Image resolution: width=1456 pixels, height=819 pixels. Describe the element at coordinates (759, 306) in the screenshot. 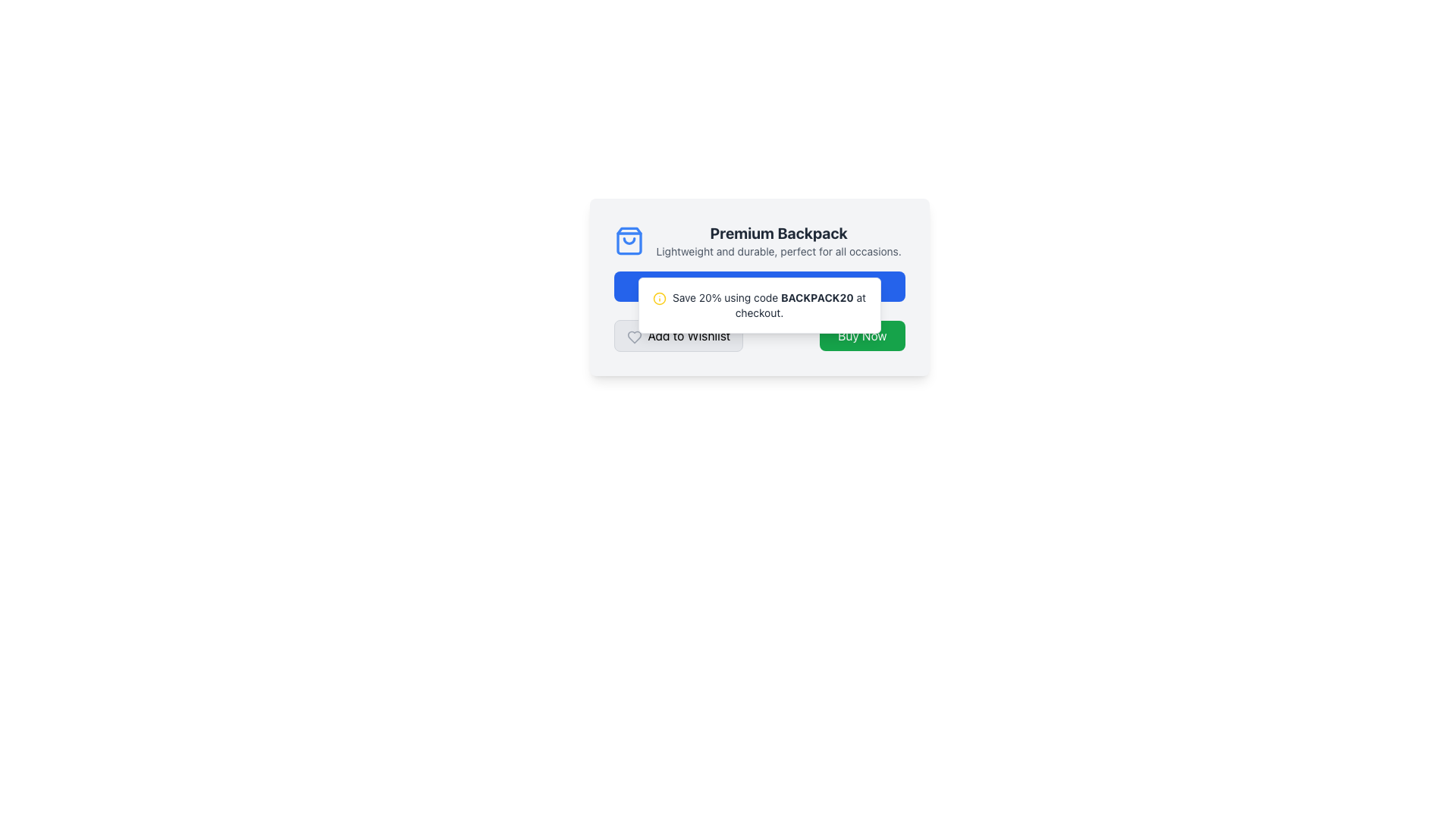

I see `the Informational Banner displaying the promotional message 'Save 20% using code BACKPACK20 at checkout.'` at that location.